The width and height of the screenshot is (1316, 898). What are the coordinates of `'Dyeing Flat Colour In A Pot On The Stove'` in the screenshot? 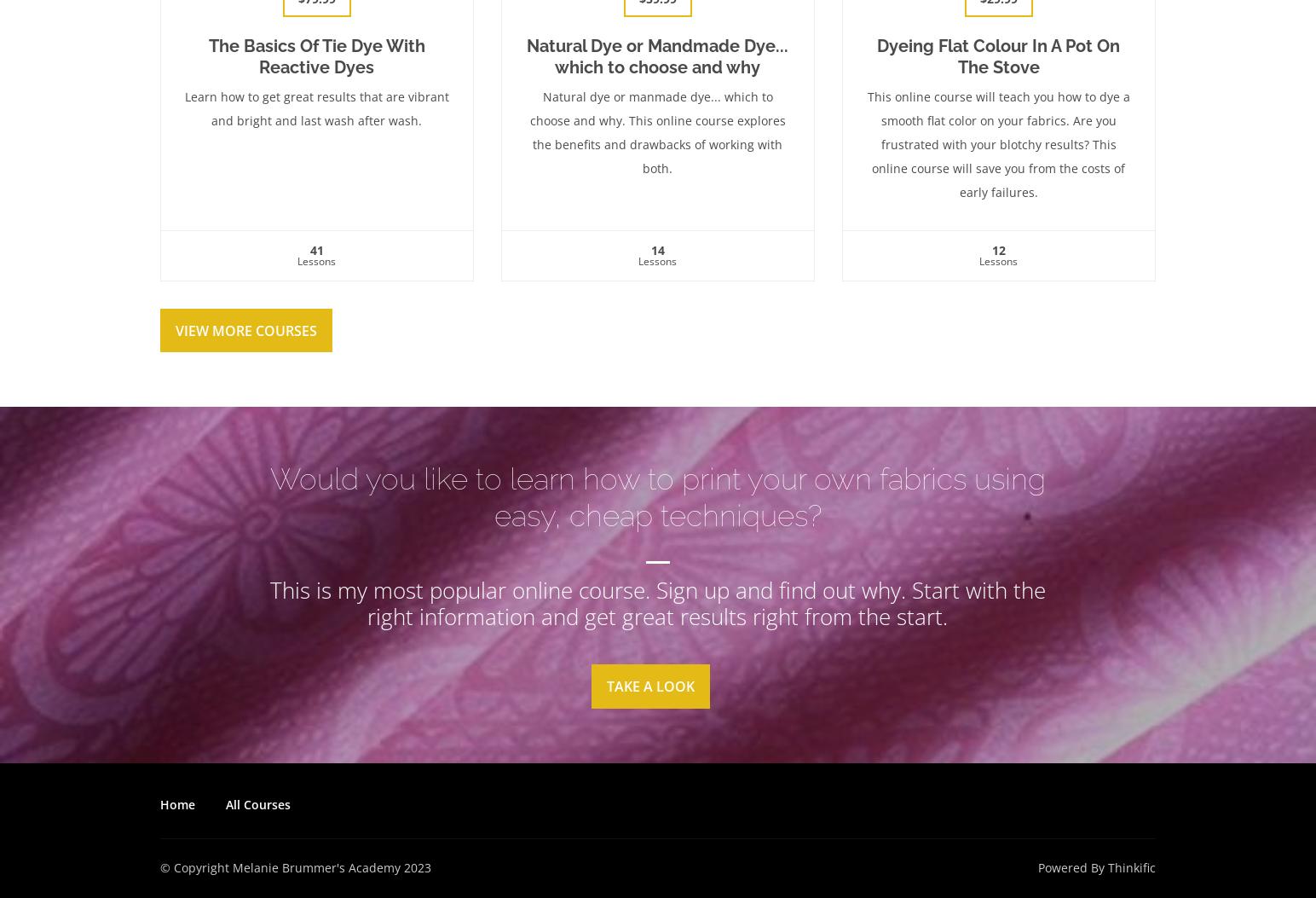 It's located at (997, 55).